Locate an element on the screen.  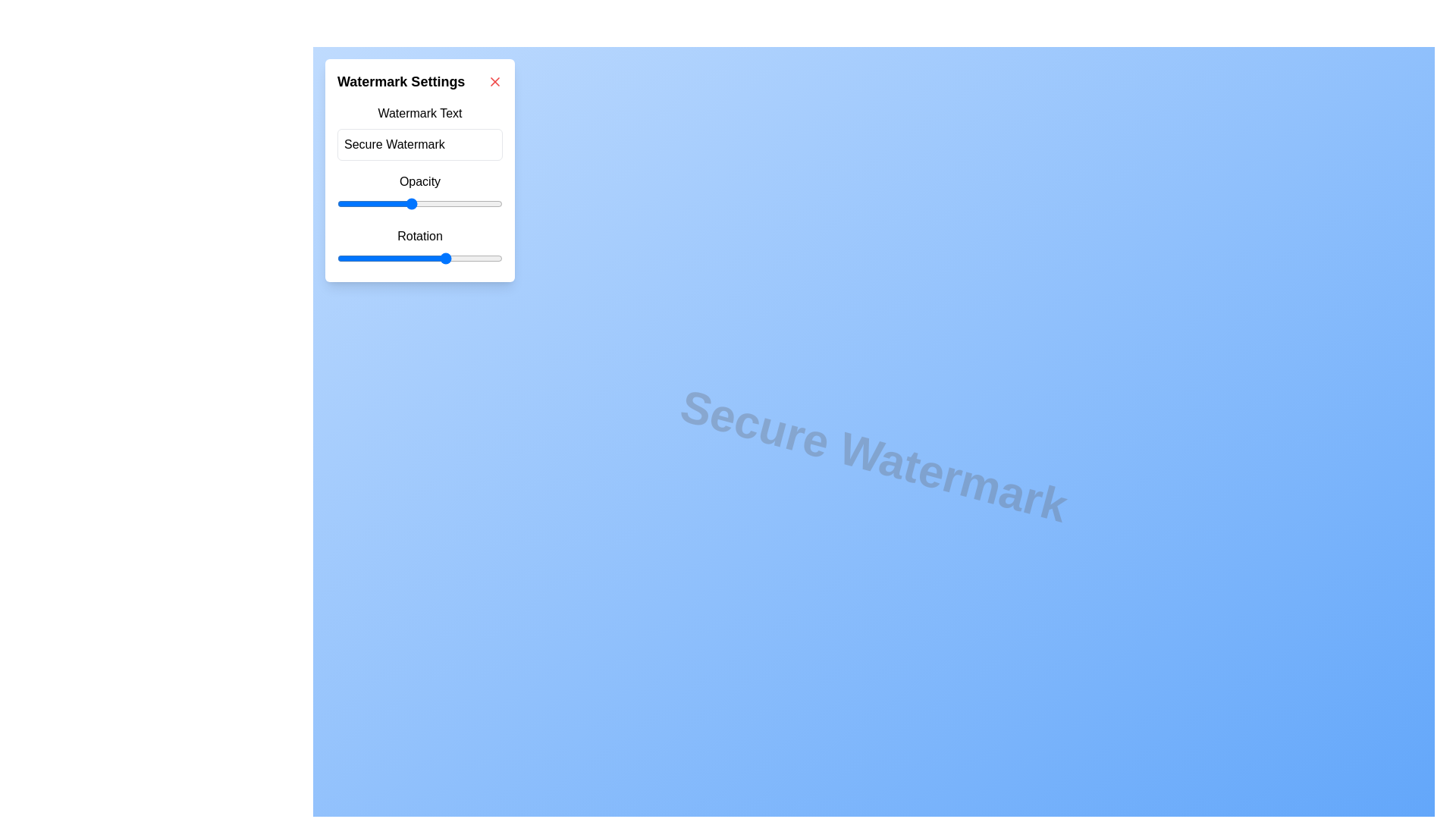
the rotation is located at coordinates (414, 257).